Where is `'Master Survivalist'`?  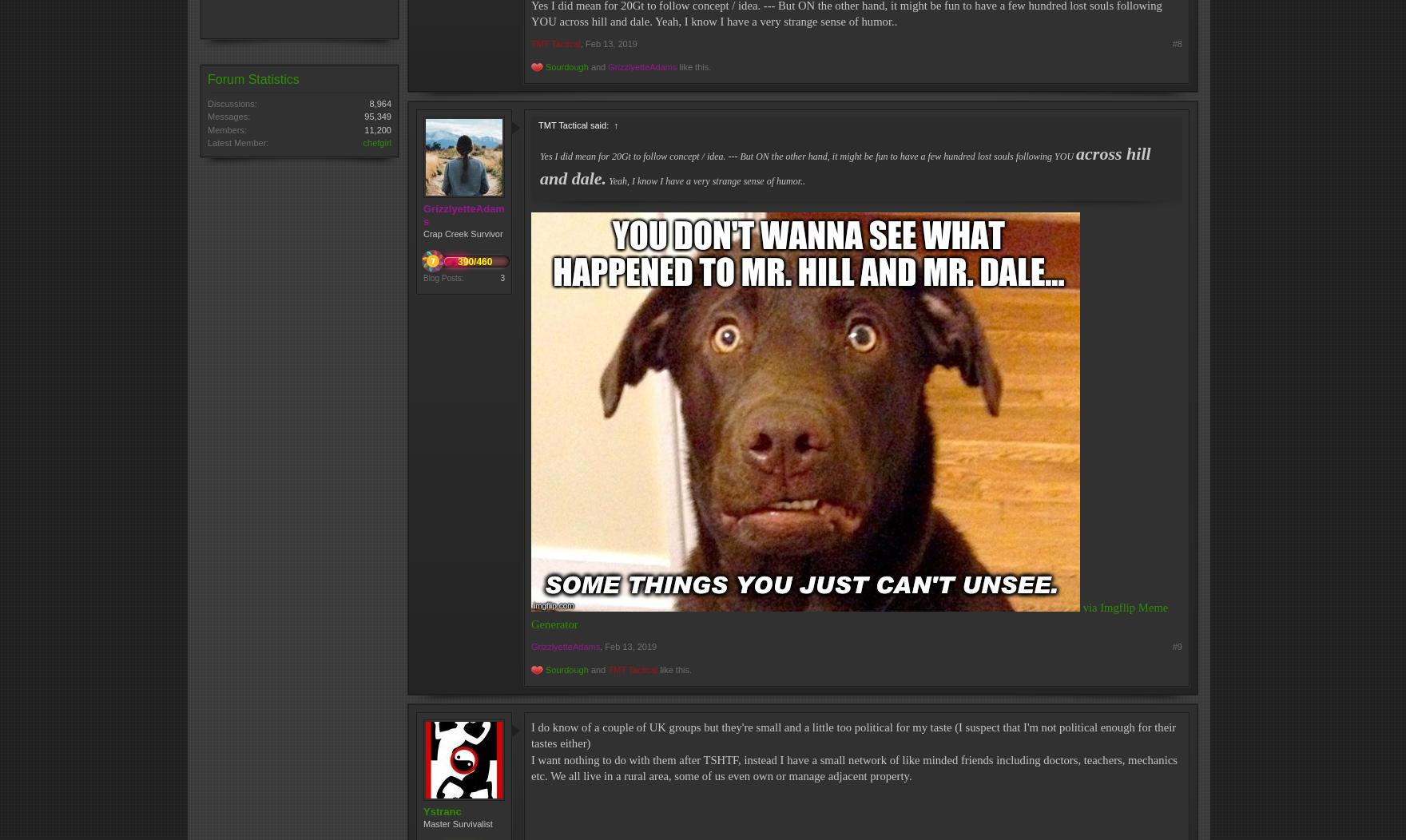 'Master Survivalist' is located at coordinates (458, 822).